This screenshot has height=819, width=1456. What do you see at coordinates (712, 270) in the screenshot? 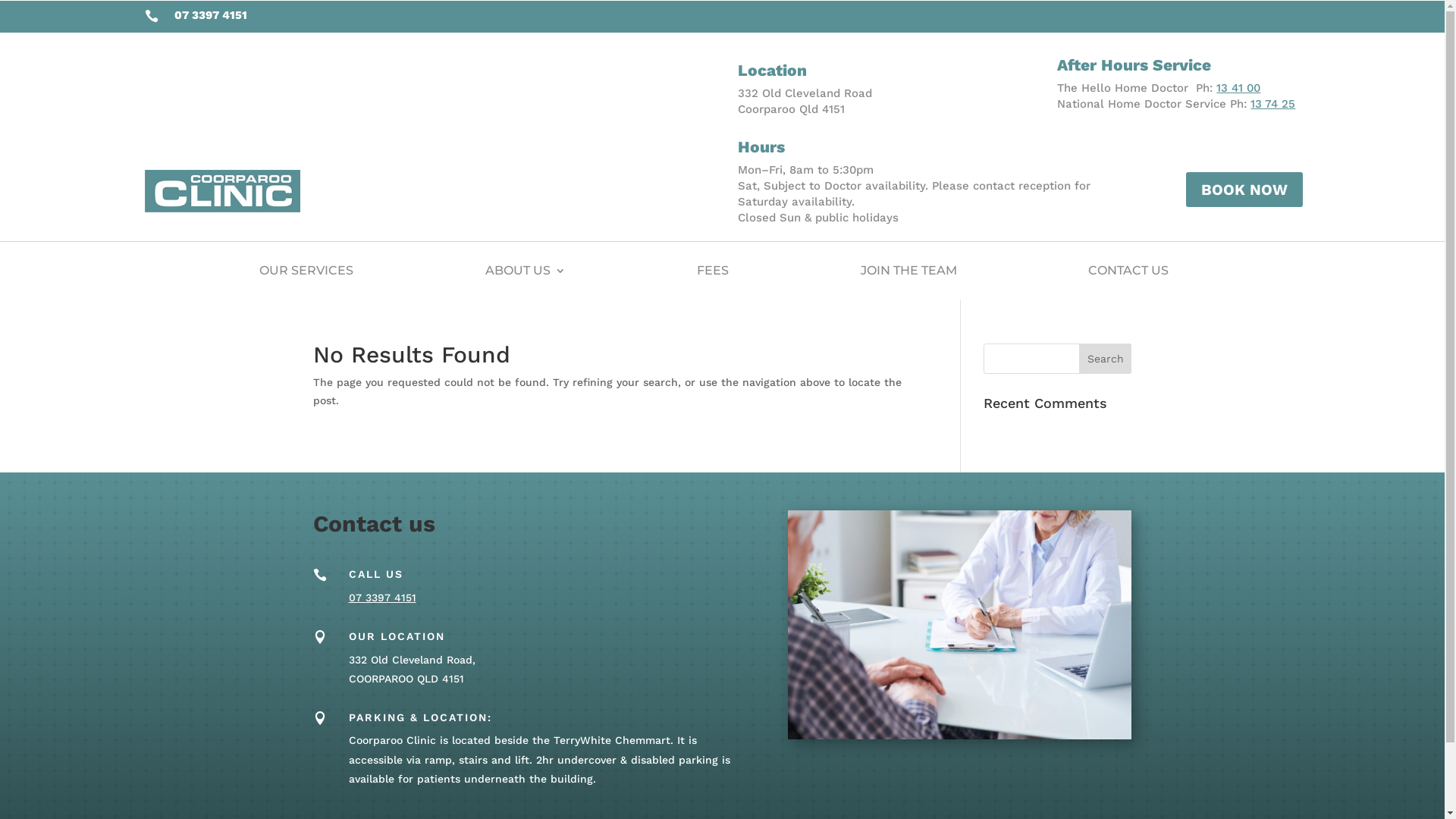
I see `'FEES'` at bounding box center [712, 270].